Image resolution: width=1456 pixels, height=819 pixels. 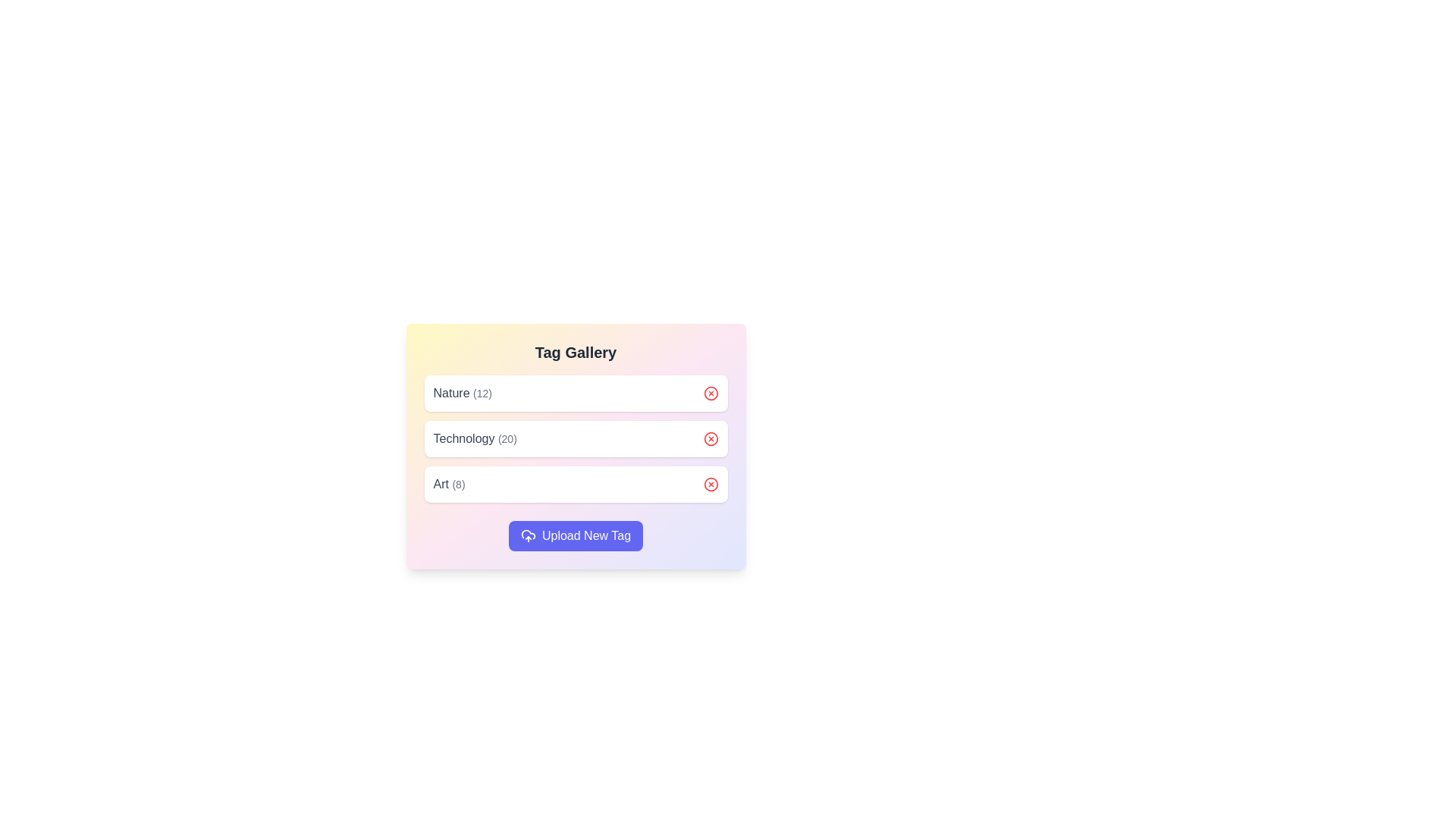 What do you see at coordinates (710, 438) in the screenshot?
I see `the removal button for the tag Technology` at bounding box center [710, 438].